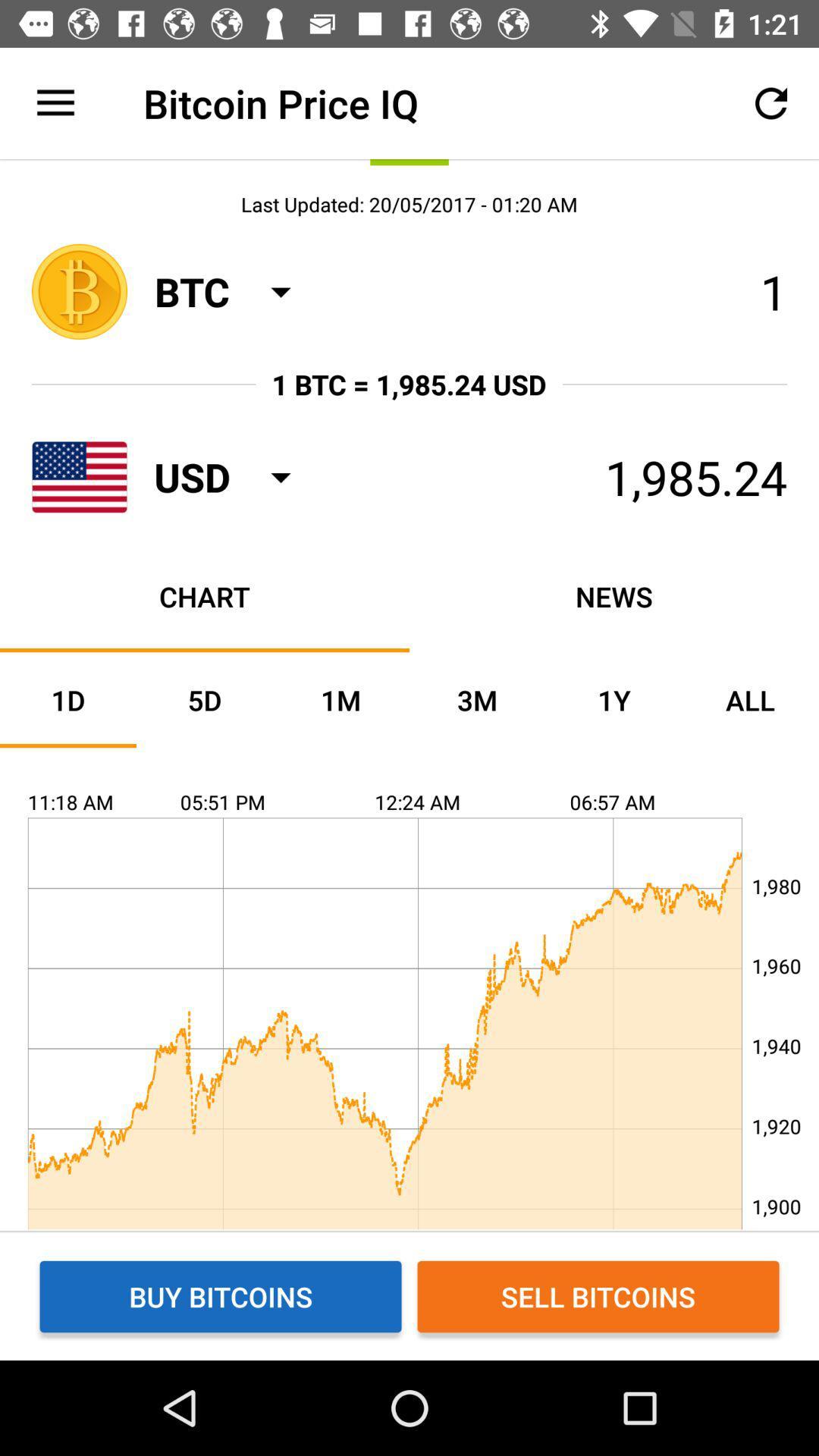 The height and width of the screenshot is (1456, 819). Describe the element at coordinates (598, 1295) in the screenshot. I see `sell bitcoins at the bottom right corner` at that location.